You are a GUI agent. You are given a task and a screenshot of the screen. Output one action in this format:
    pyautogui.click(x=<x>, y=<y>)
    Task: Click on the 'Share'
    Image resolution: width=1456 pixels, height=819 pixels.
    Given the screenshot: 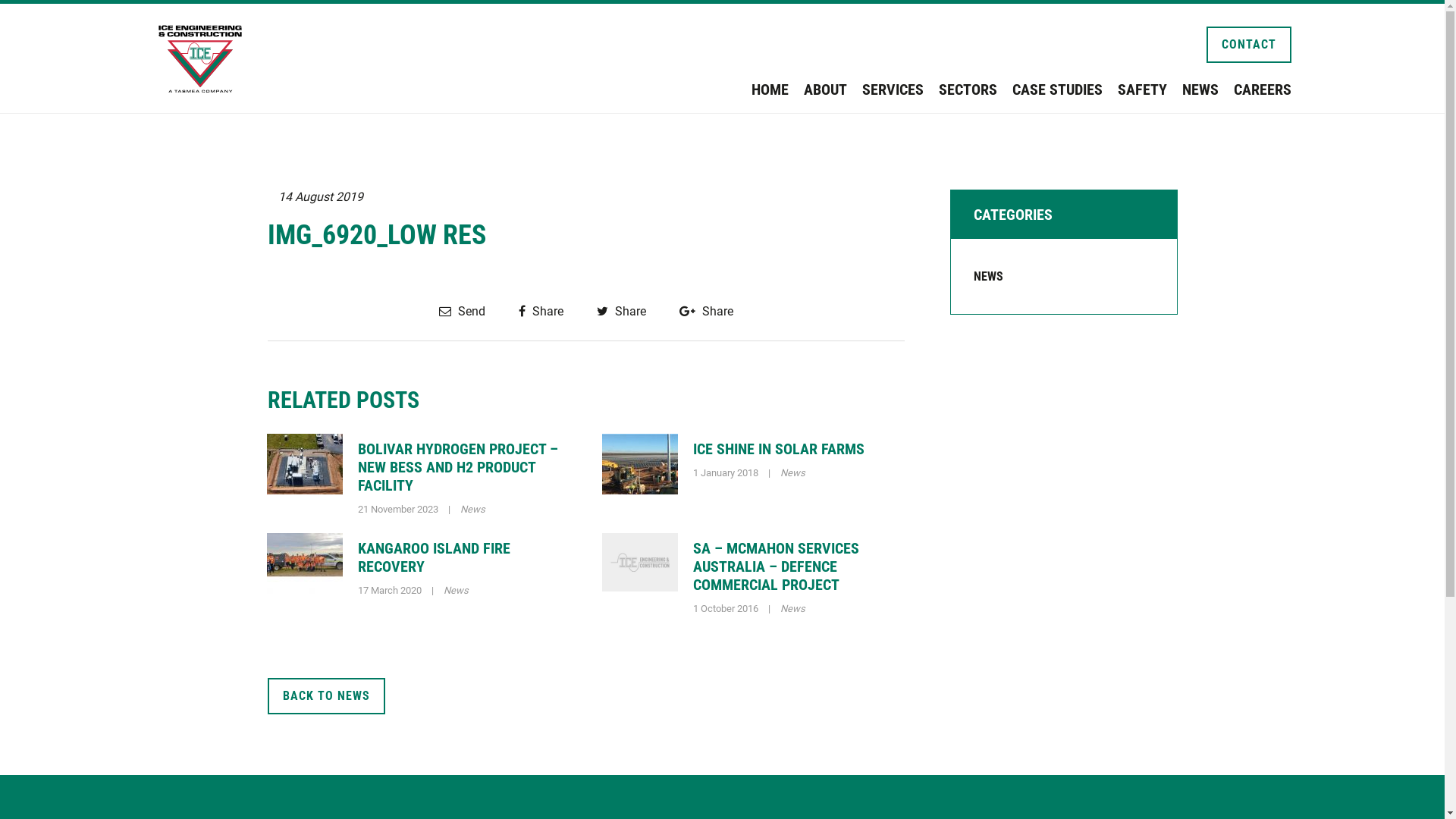 What is the action you would take?
    pyautogui.click(x=519, y=310)
    